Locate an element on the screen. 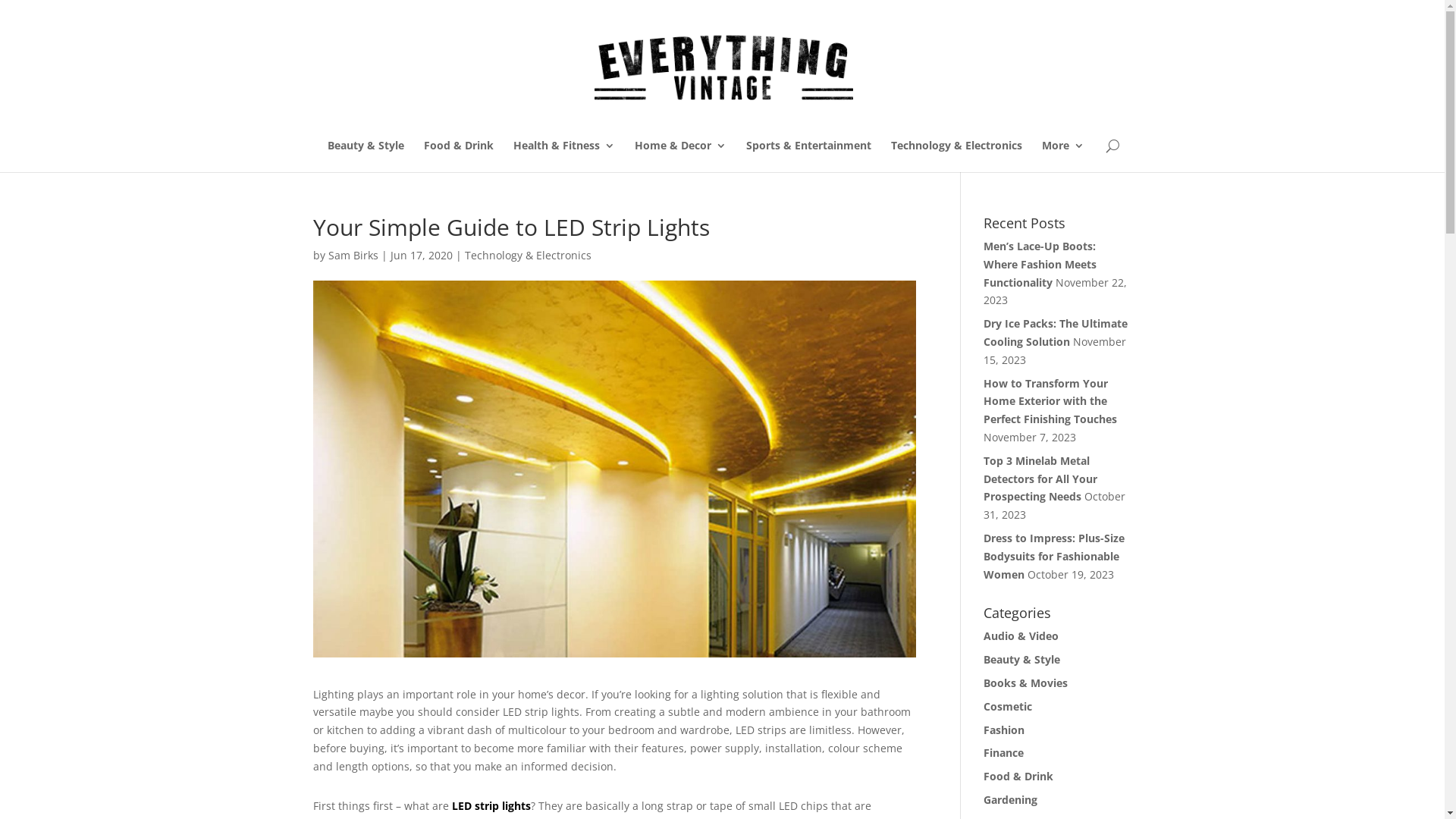 Image resolution: width=1456 pixels, height=819 pixels. 'Gardening' is located at coordinates (983, 799).